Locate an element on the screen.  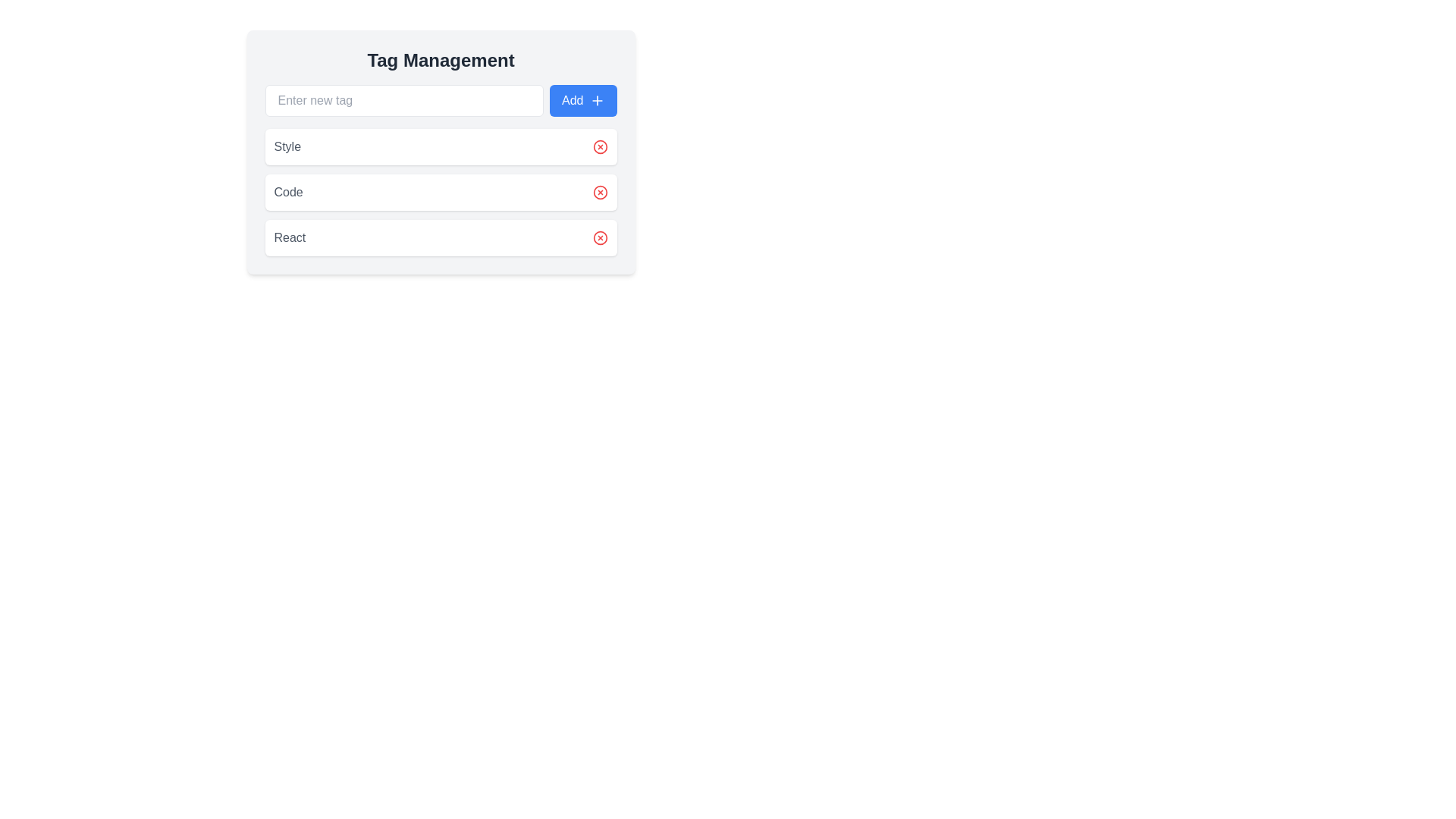
the delete button located to the right of the 'React' label in the third row of the list to initiate a delete action is located at coordinates (599, 237).